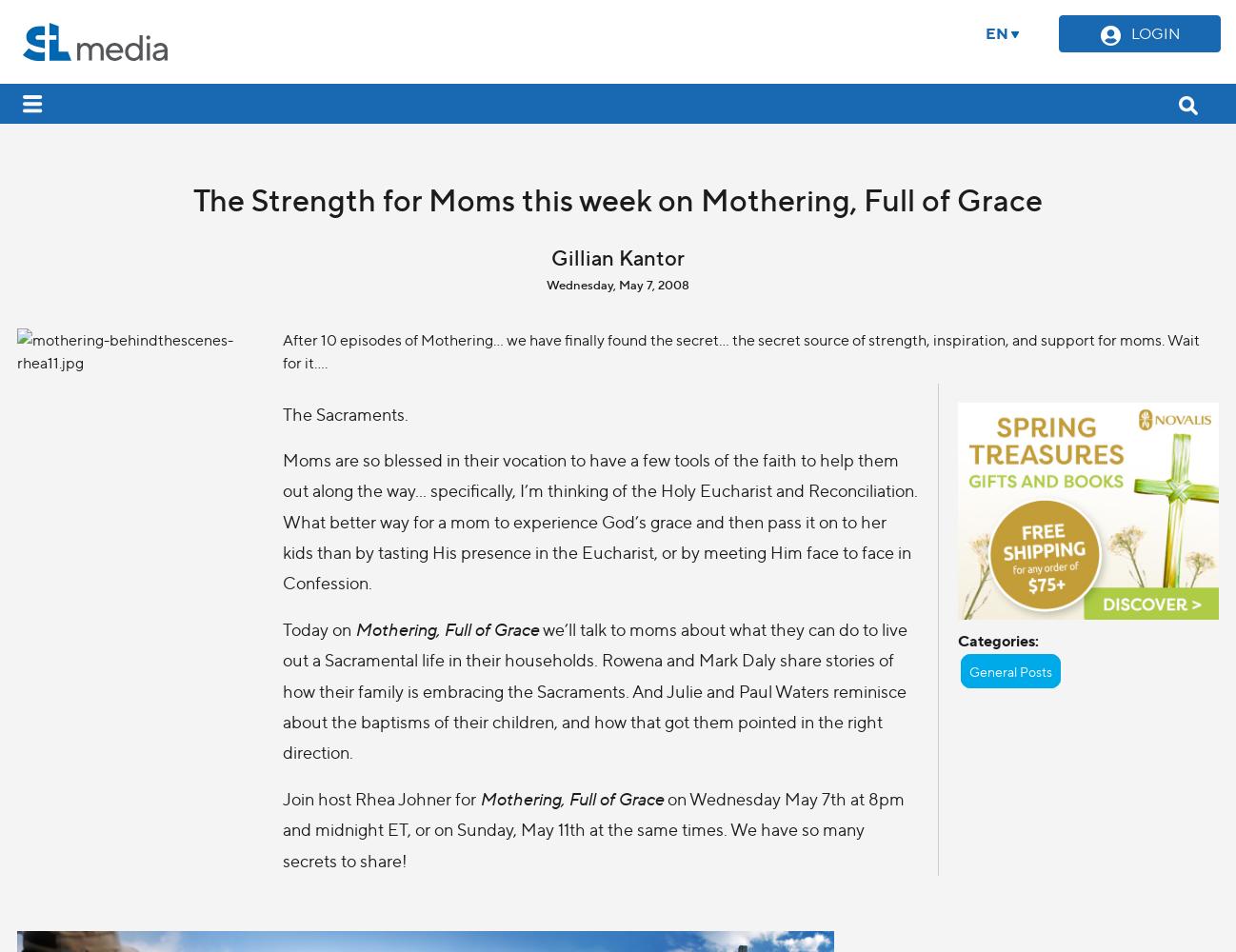 The height and width of the screenshot is (952, 1236). What do you see at coordinates (618, 284) in the screenshot?
I see `'Wednesday, May 7, 2008'` at bounding box center [618, 284].